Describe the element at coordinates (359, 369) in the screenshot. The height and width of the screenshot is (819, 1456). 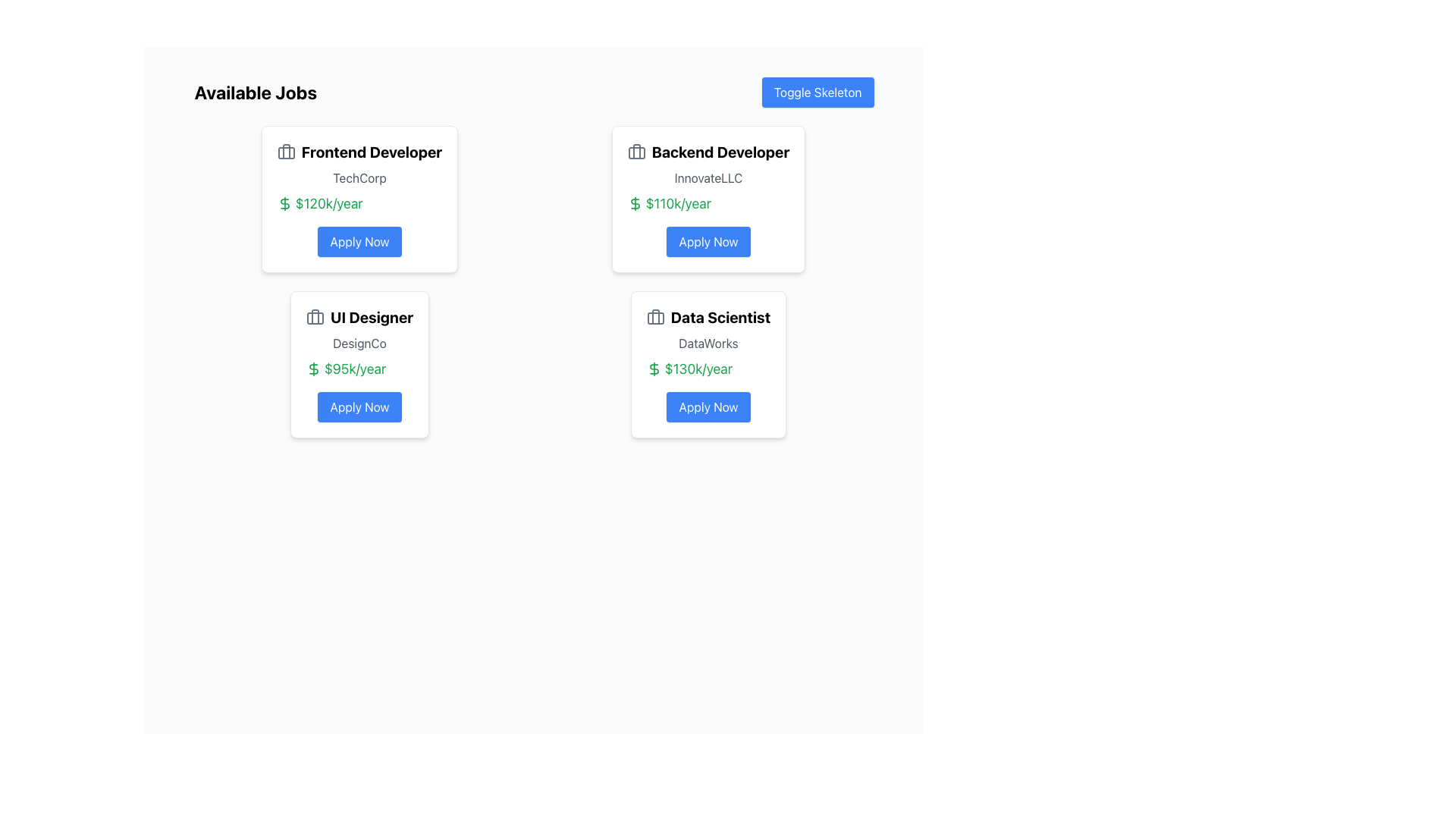
I see `salary information displayed in the second card under the job title 'UI Designer' at 'DesignCo', located above the 'Apply Now' button` at that location.